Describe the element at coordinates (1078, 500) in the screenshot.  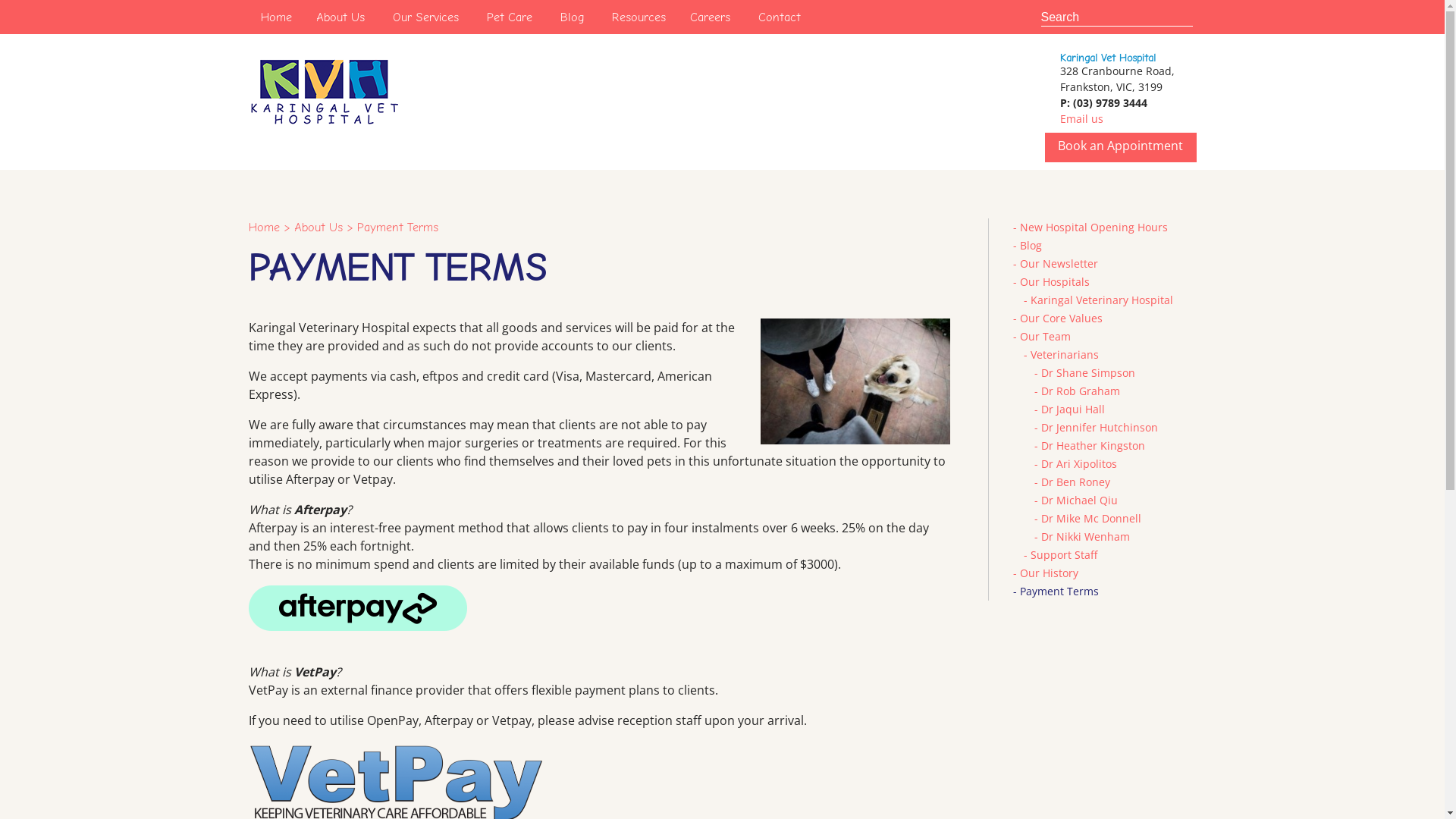
I see `'Dr Michael Qiu'` at that location.